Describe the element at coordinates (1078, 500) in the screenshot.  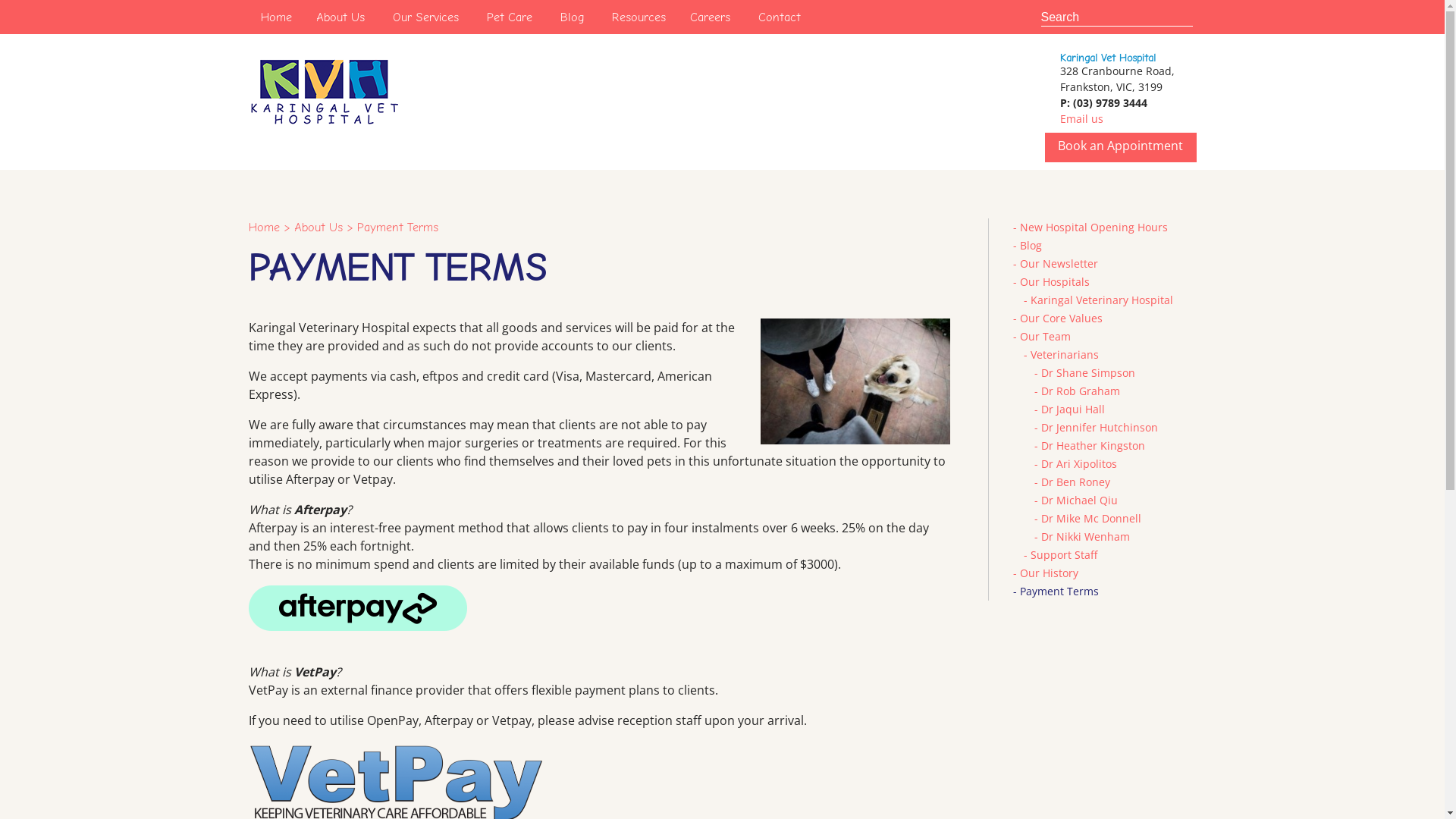
I see `'Dr Michael Qiu'` at that location.